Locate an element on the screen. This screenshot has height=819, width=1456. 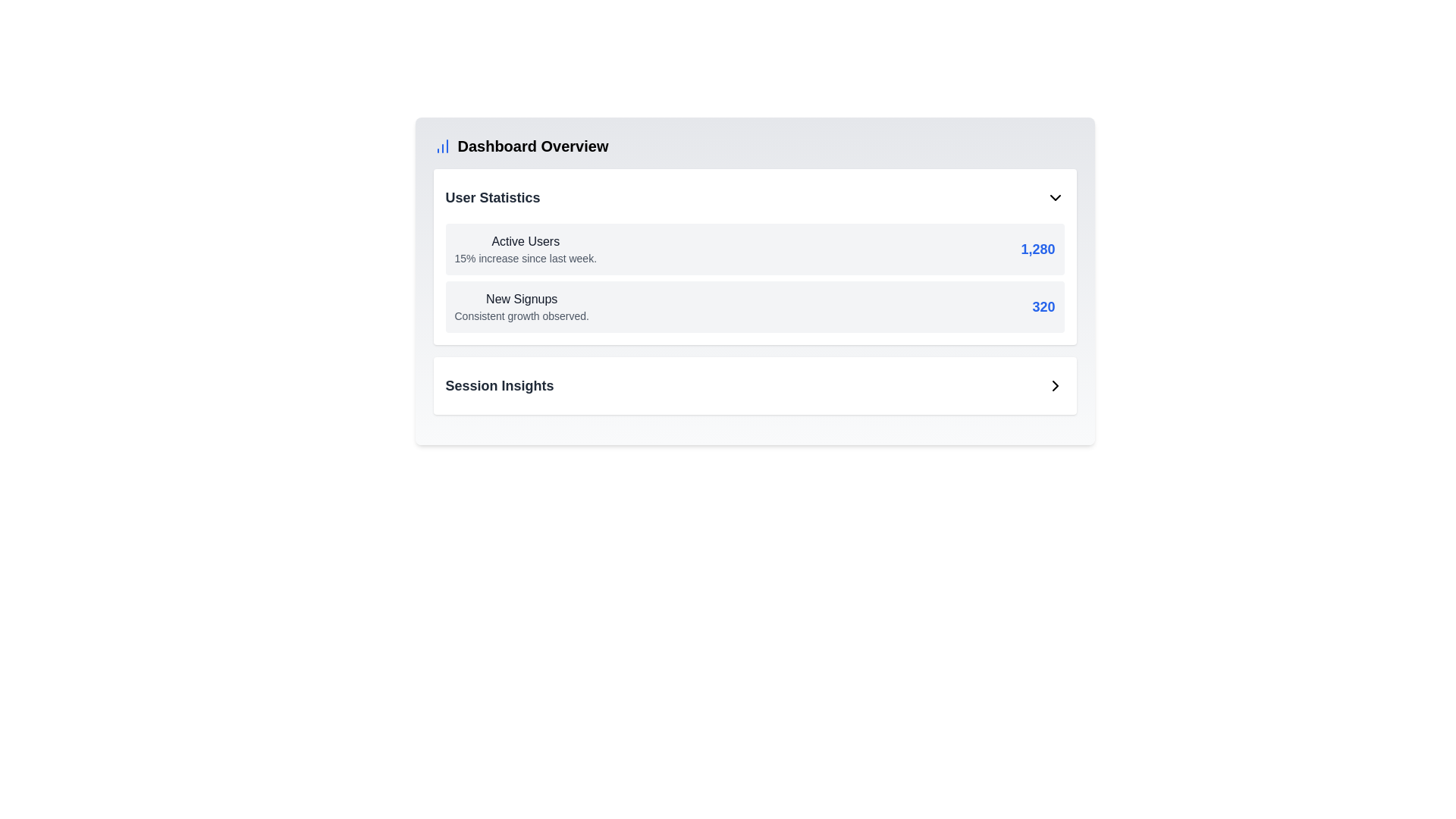
the text label displaying 'Session Insights', which is styled in bold dark gray font and located in the main content area near the 'User Statistics' section is located at coordinates (499, 385).